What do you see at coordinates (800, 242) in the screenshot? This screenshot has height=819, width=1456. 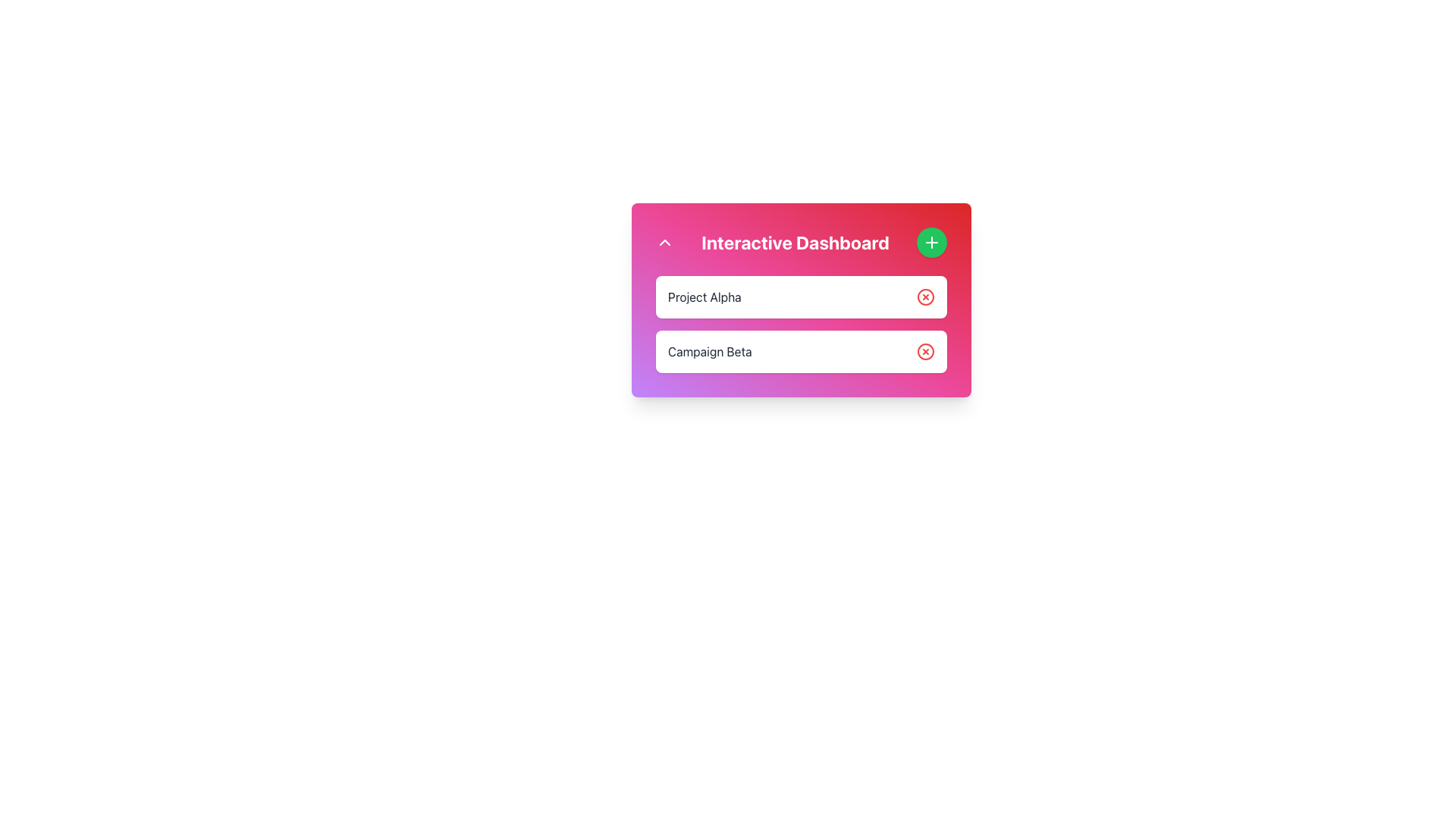 I see `the header text 'Interactive Dashboard'` at bounding box center [800, 242].